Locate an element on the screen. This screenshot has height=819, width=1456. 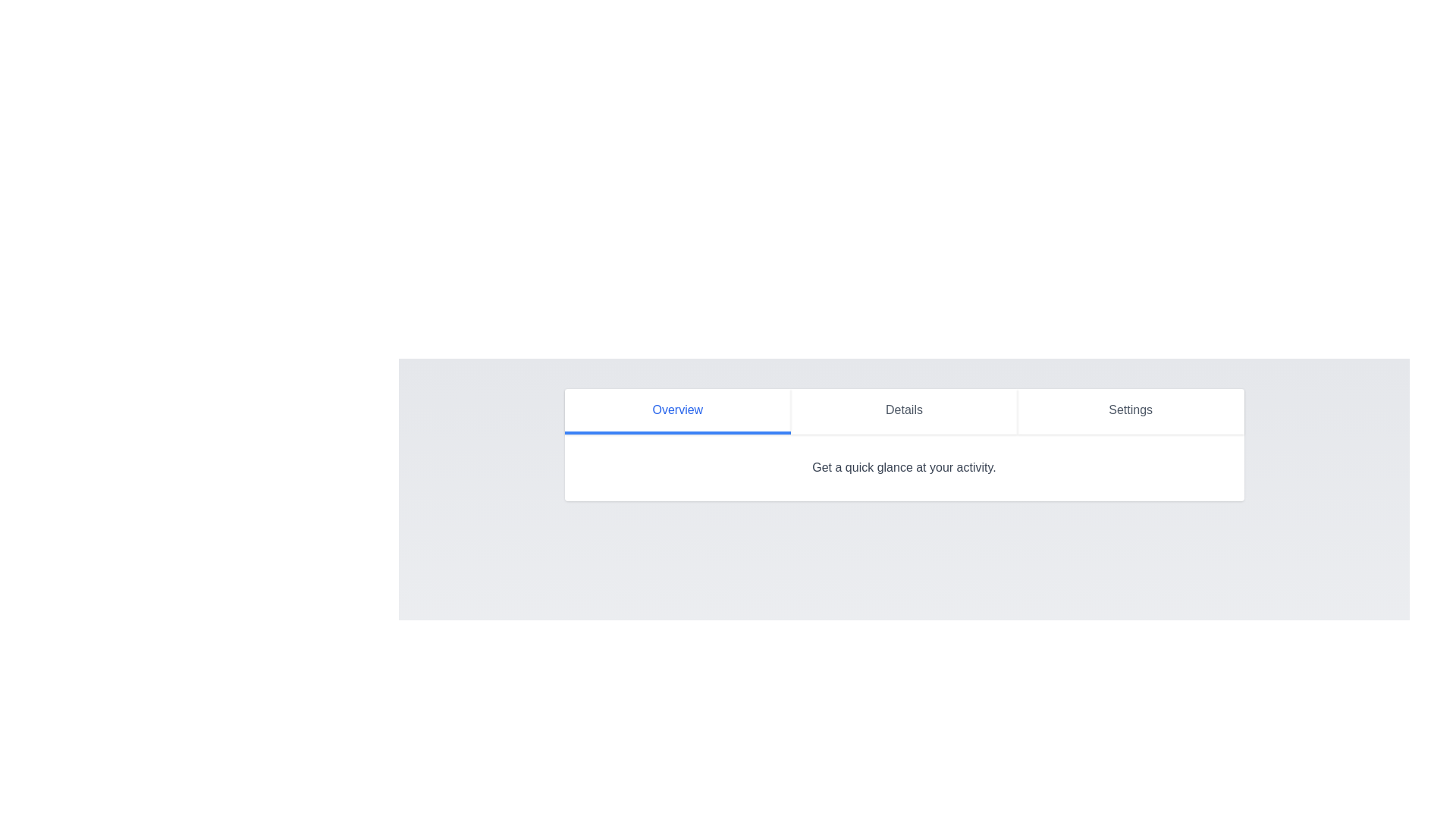
the Settings tab by clicking on its button is located at coordinates (1131, 412).